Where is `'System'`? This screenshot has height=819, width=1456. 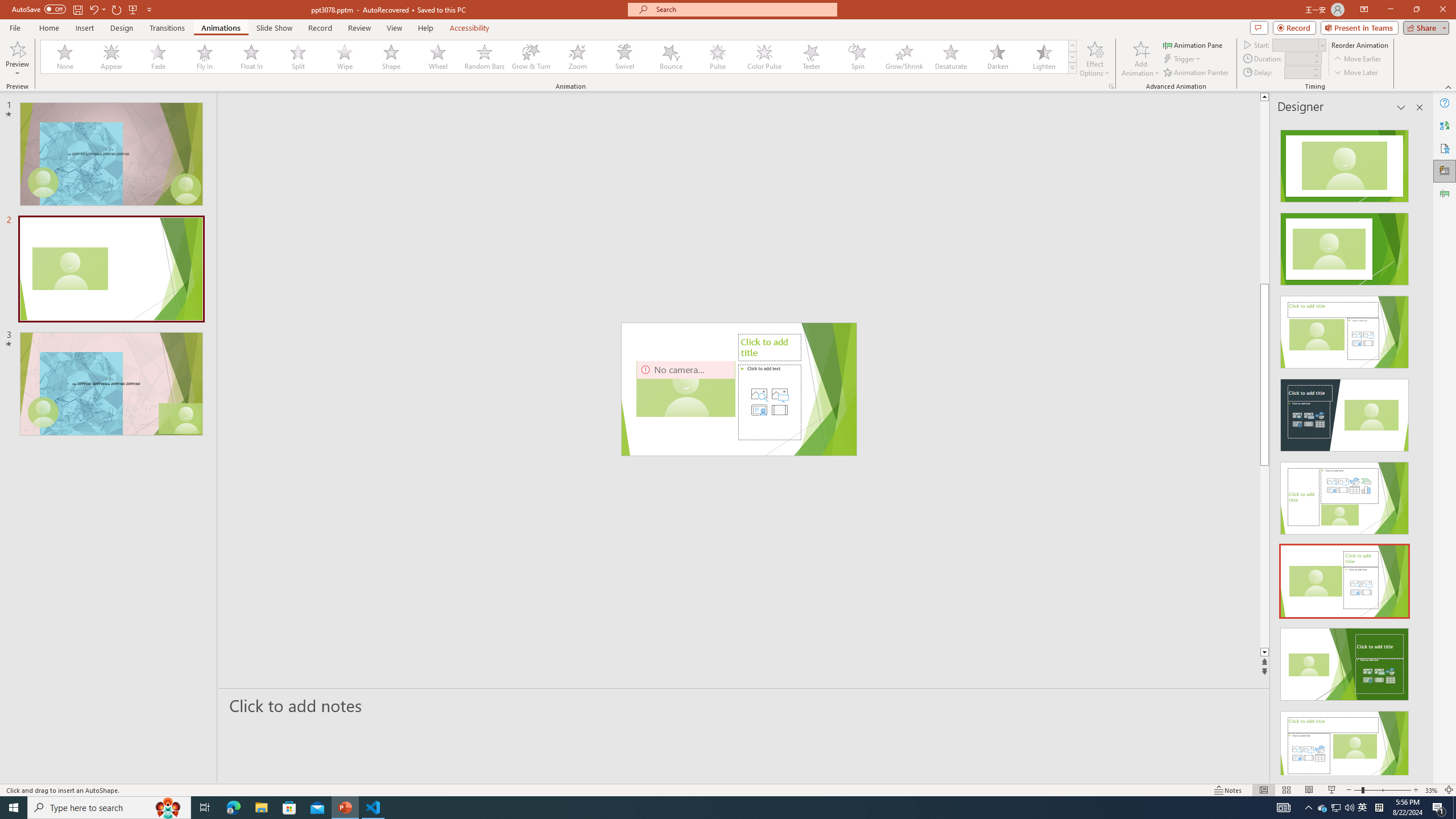
'System' is located at coordinates (6, 5).